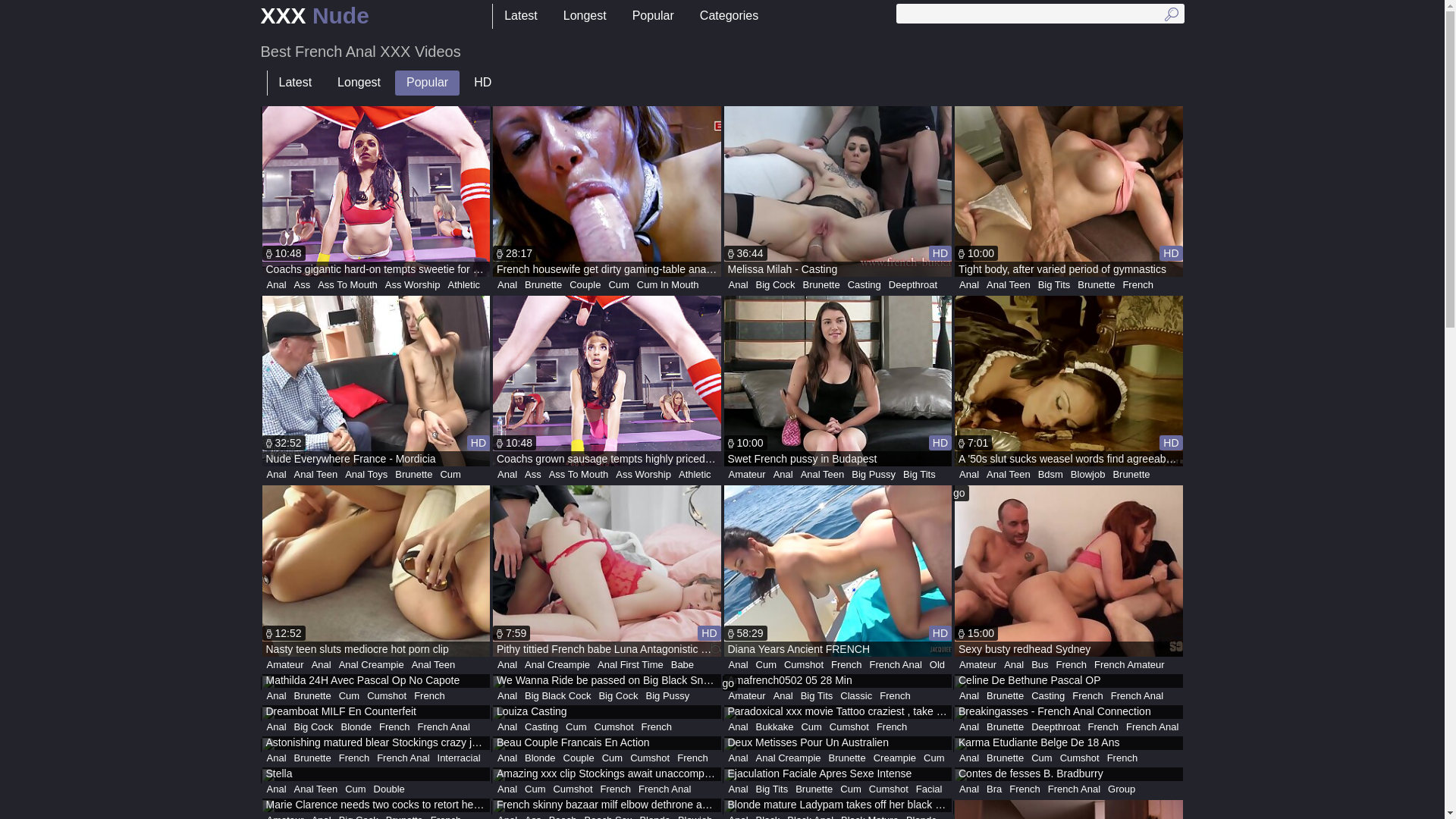 This screenshot has height=819, width=1456. I want to click on 'XXX Nude', so click(314, 16).